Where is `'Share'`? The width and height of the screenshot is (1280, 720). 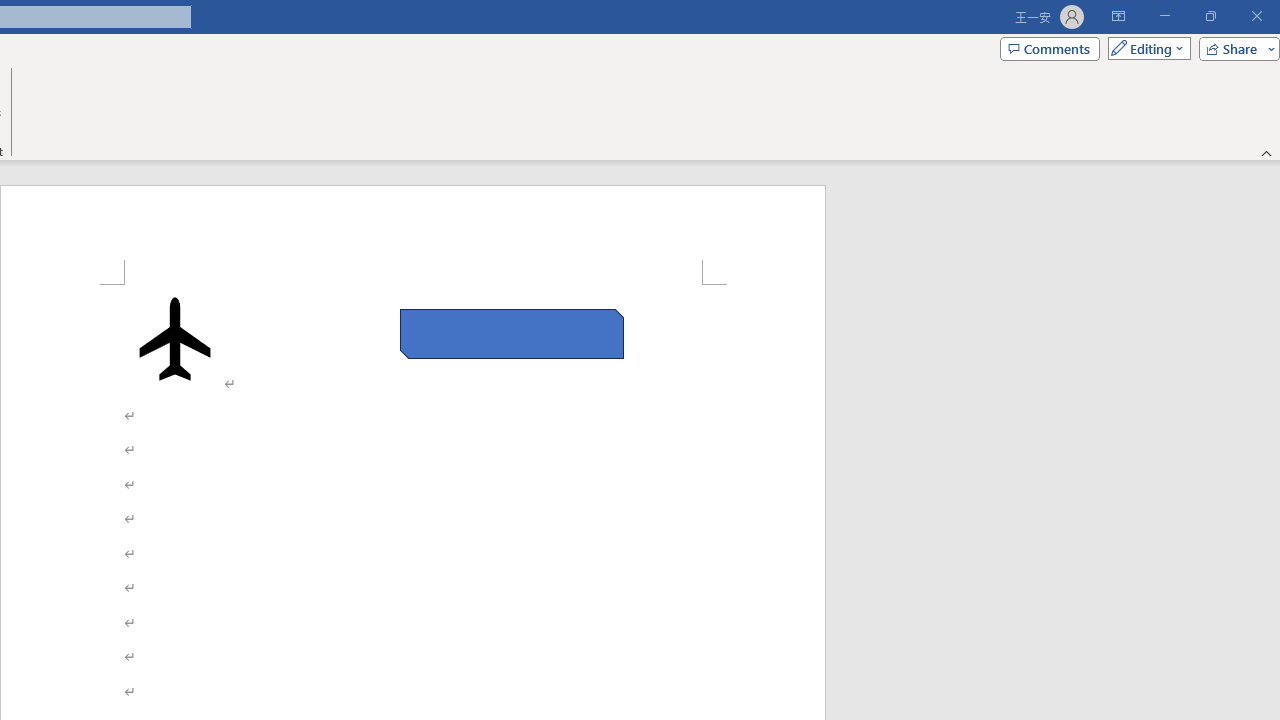 'Share' is located at coordinates (1234, 47).